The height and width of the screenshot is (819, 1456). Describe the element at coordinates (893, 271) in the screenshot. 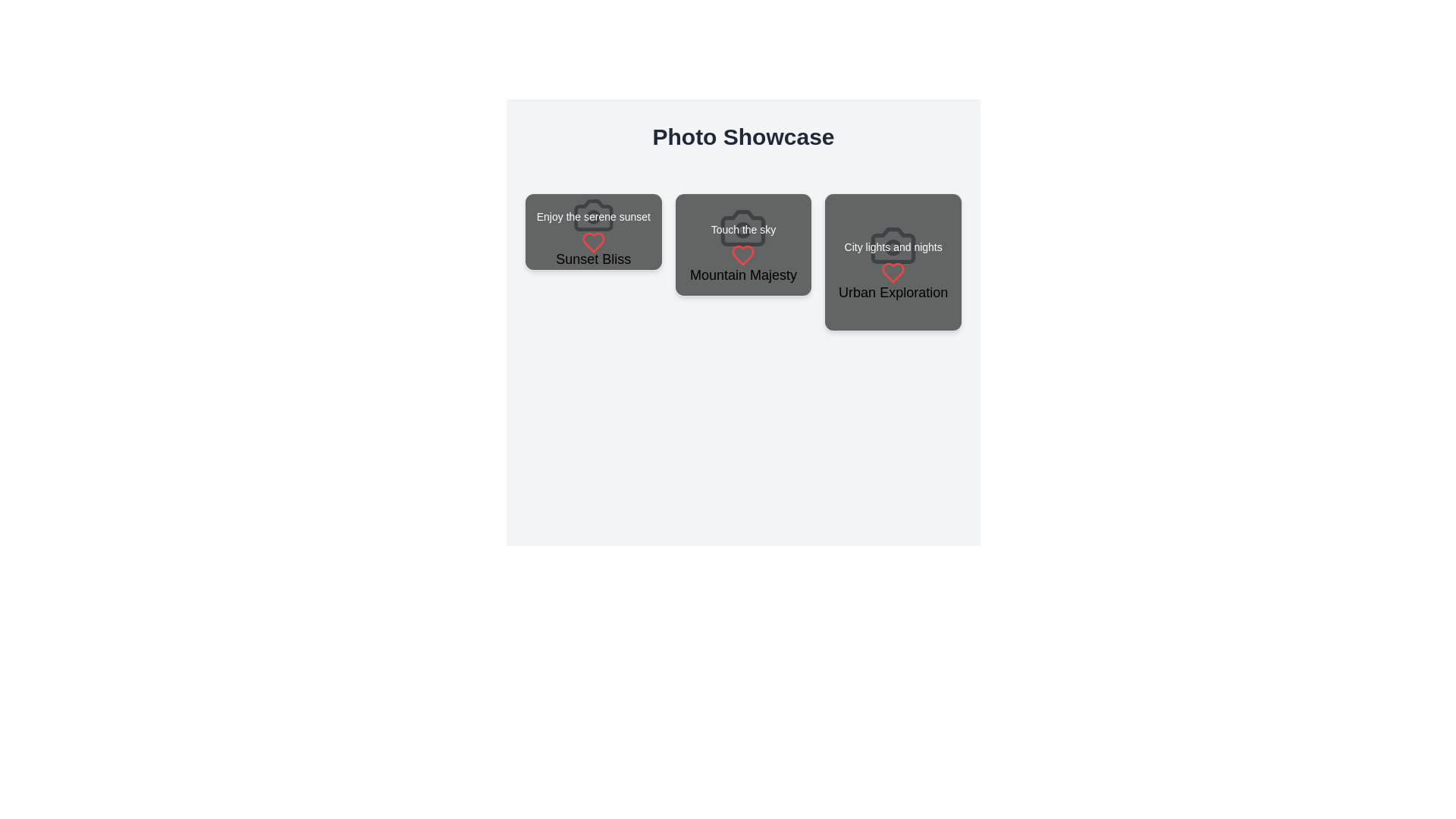

I see `the heart icon, which is red and located in the third card labeled 'Urban Exploration' below 'City lights and nights'` at that location.